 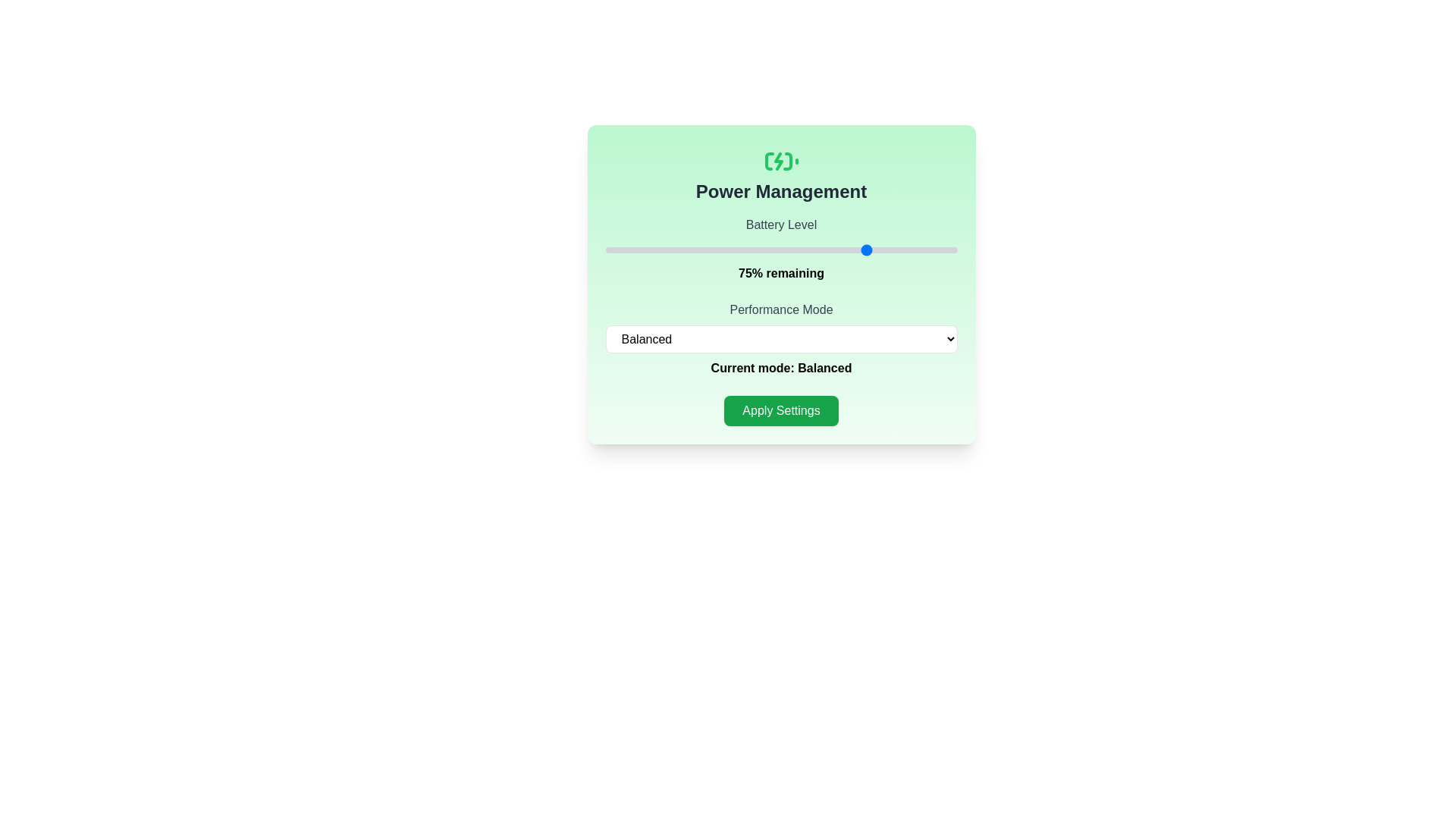 What do you see at coordinates (781, 338) in the screenshot?
I see `the performance mode Performance from the dropdown menu` at bounding box center [781, 338].